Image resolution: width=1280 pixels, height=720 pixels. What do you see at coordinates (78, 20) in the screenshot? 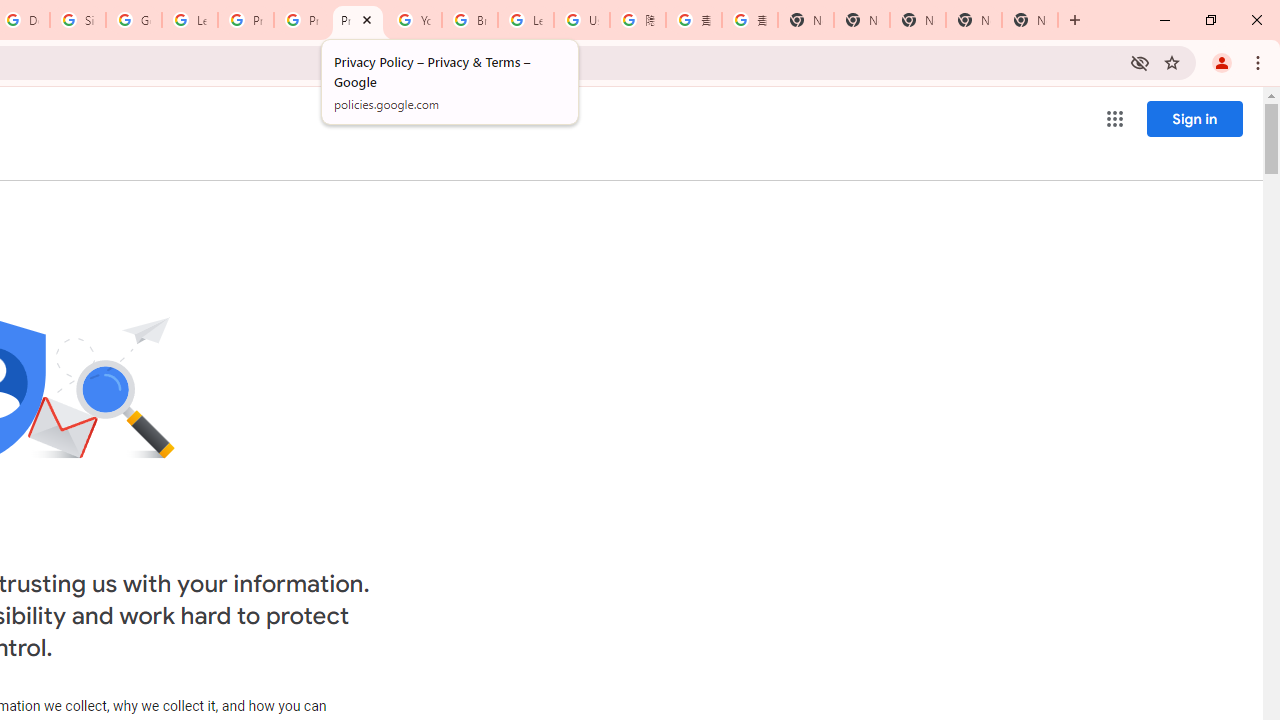
I see `'Sign in - Google Accounts'` at bounding box center [78, 20].